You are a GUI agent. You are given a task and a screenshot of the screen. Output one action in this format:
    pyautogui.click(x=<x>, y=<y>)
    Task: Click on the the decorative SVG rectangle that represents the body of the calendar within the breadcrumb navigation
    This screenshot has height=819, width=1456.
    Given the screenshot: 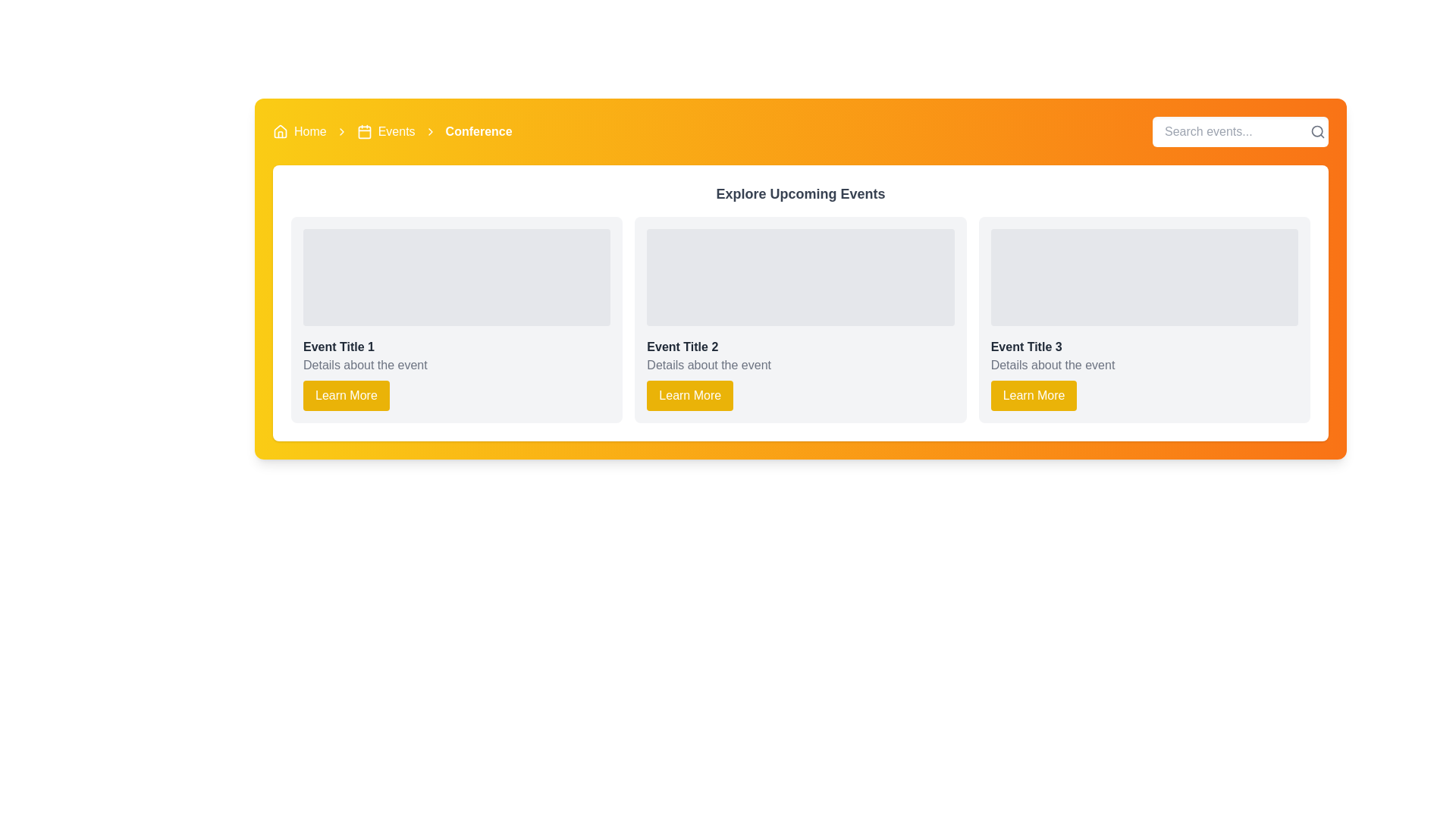 What is the action you would take?
    pyautogui.click(x=364, y=131)
    